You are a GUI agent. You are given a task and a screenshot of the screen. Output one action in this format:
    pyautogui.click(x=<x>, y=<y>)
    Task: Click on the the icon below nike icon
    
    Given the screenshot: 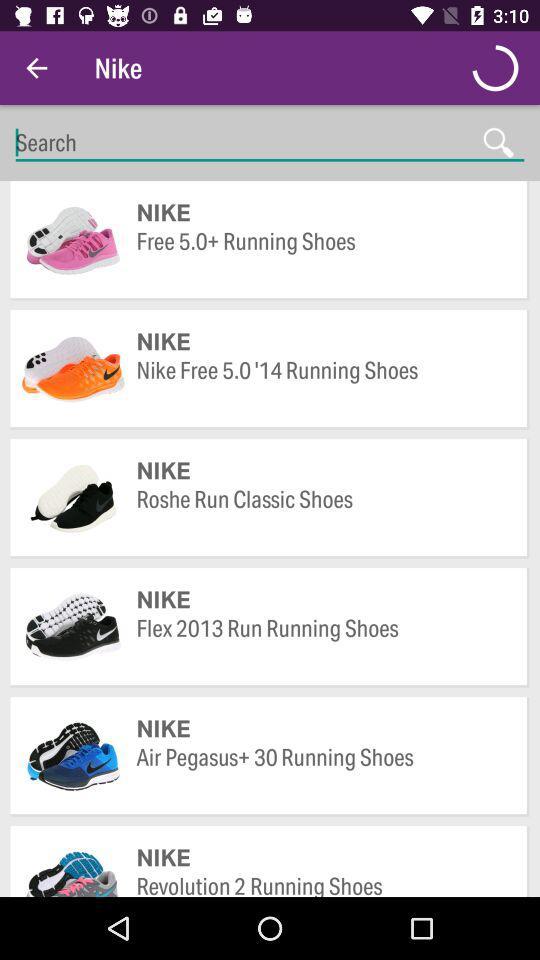 What is the action you would take?
    pyautogui.click(x=322, y=883)
    